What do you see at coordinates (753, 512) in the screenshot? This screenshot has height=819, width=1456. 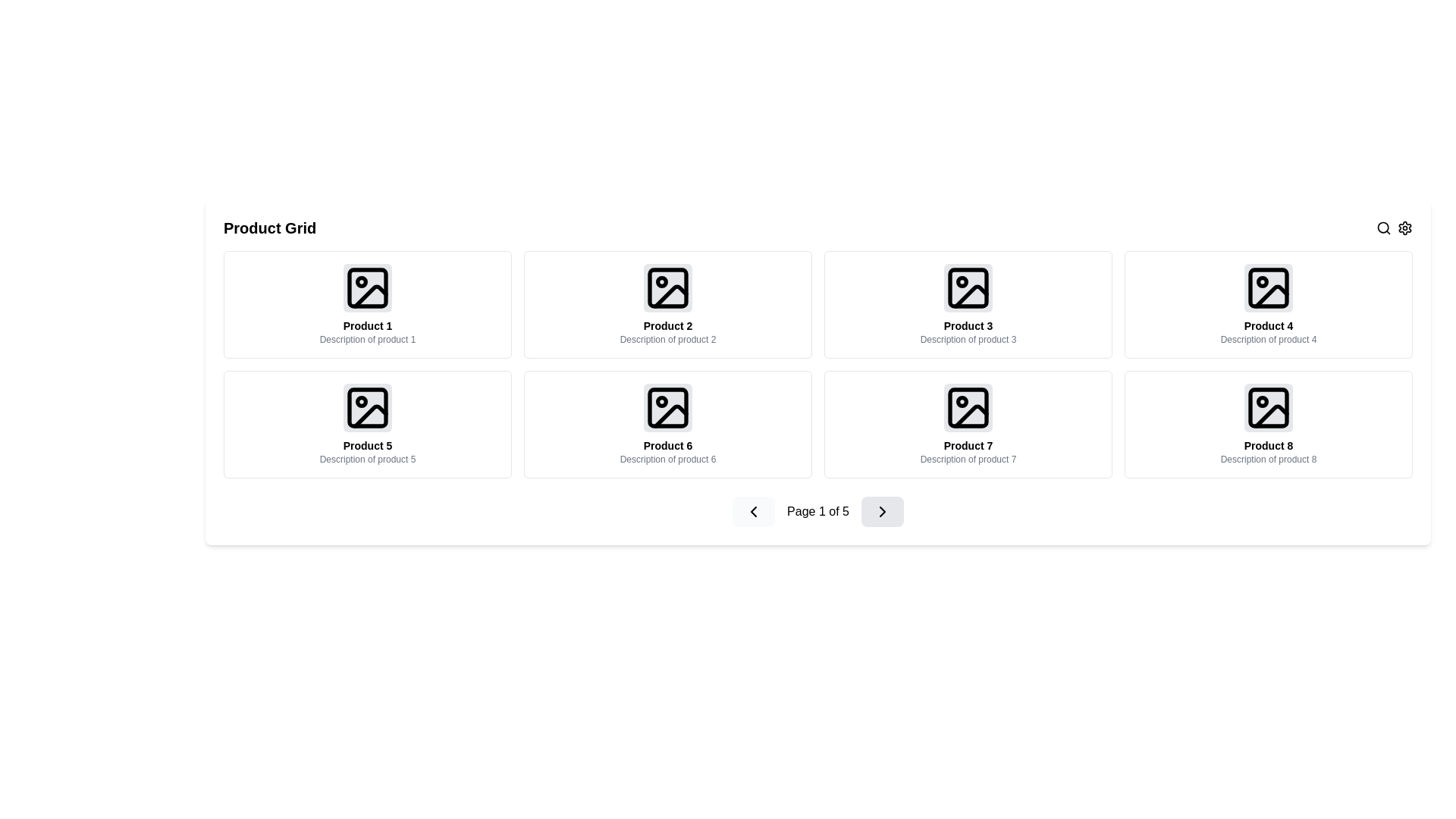 I see `the left-pointing chevron button, which is an SVG graphic used for navigation` at bounding box center [753, 512].